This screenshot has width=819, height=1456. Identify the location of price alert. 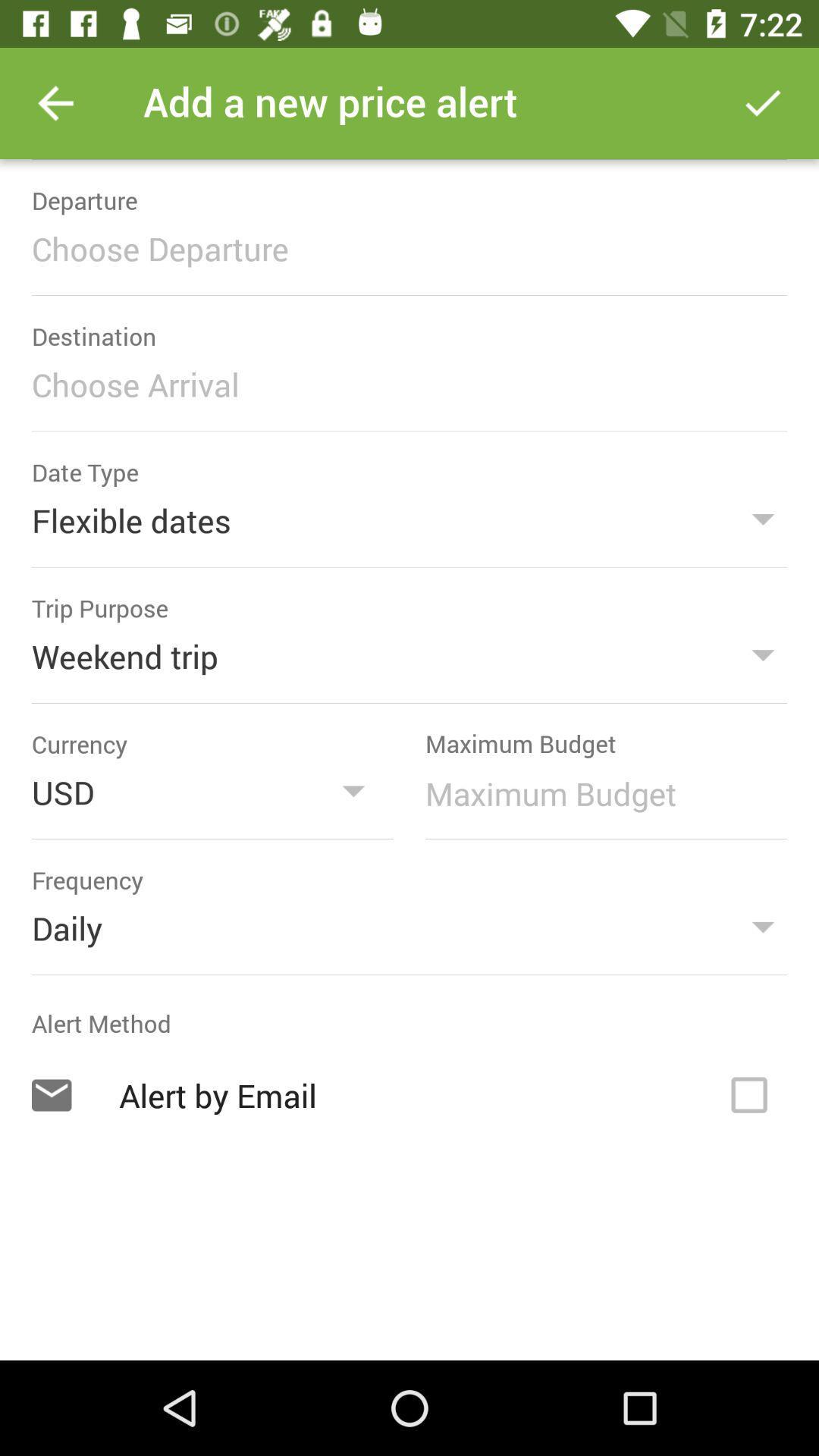
(763, 102).